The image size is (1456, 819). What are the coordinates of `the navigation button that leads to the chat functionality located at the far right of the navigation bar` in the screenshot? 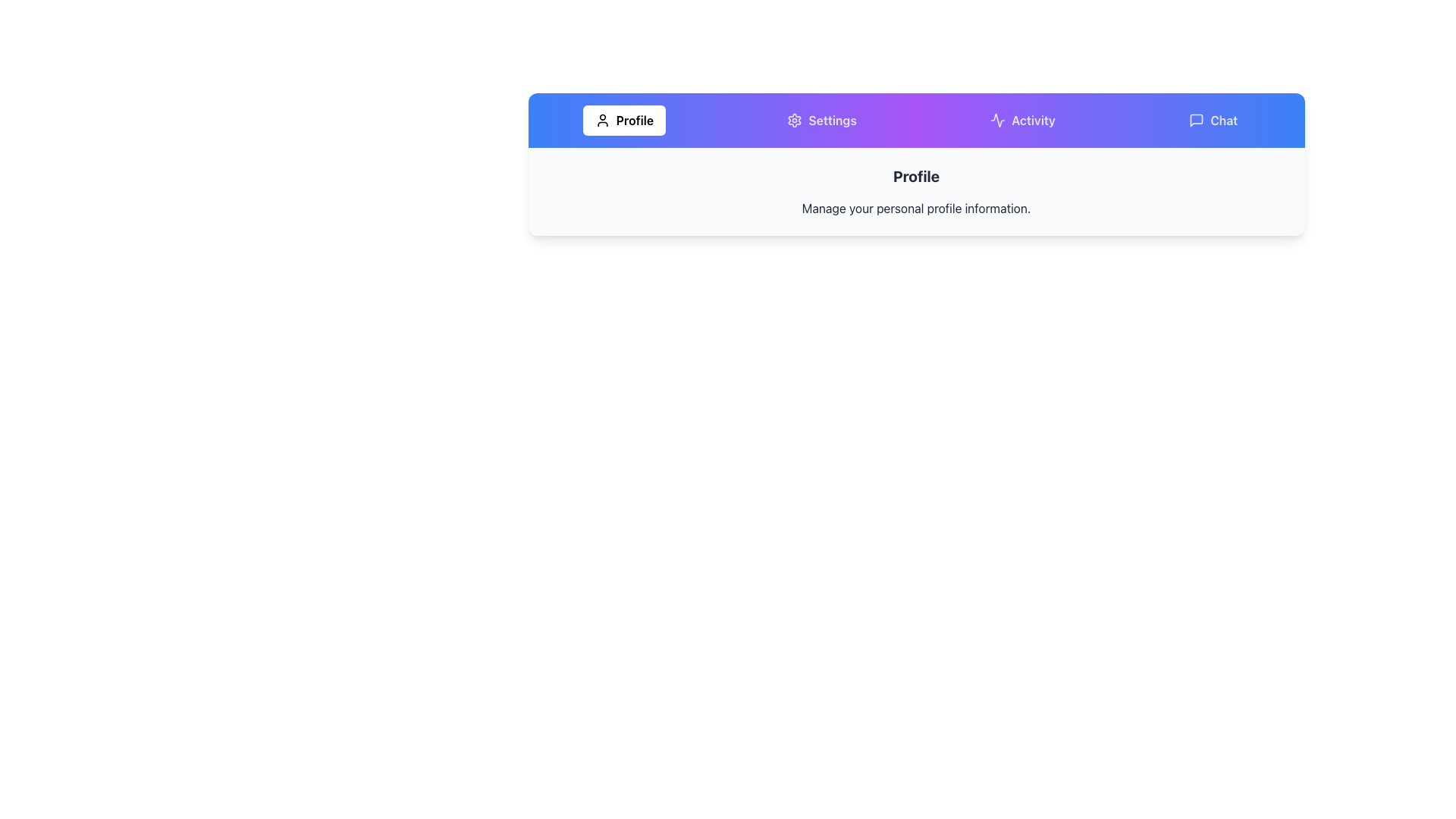 It's located at (1213, 119).